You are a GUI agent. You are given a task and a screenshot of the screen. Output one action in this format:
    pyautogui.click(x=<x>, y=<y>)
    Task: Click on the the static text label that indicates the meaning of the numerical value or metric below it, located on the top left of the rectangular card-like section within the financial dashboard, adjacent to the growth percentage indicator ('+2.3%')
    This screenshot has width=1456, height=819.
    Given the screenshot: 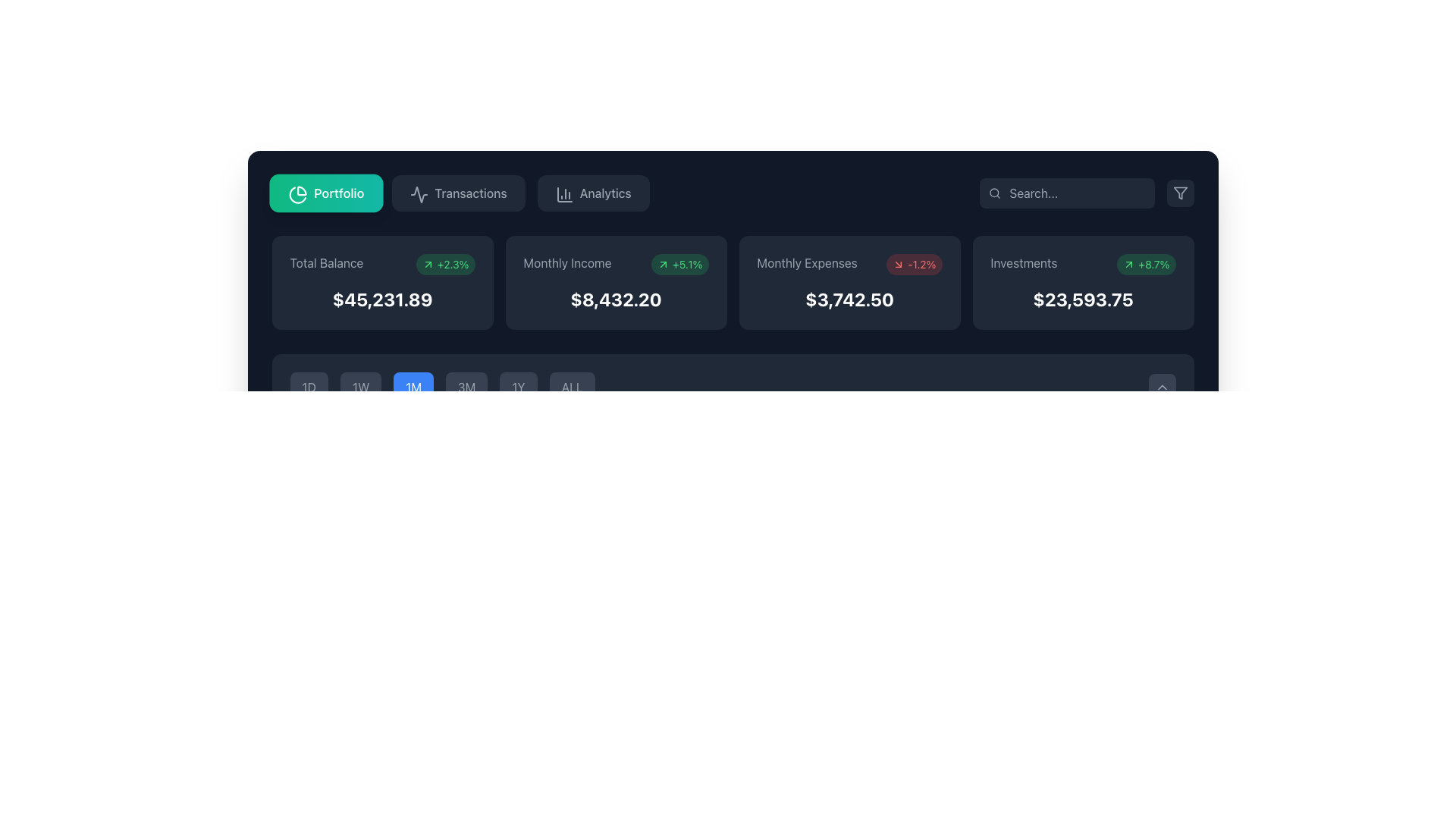 What is the action you would take?
    pyautogui.click(x=325, y=262)
    